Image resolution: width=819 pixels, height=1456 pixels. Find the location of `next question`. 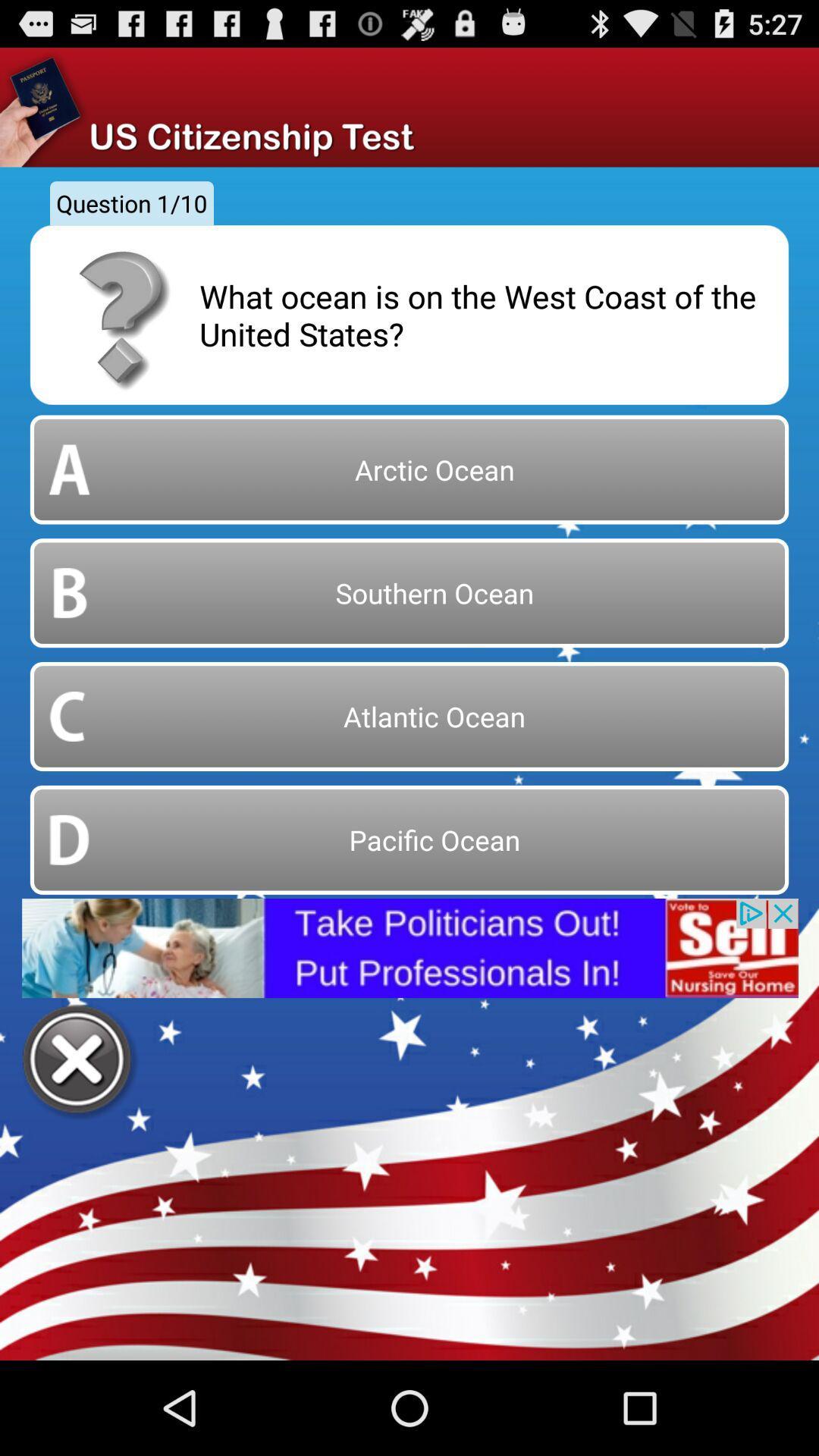

next question is located at coordinates (79, 1061).